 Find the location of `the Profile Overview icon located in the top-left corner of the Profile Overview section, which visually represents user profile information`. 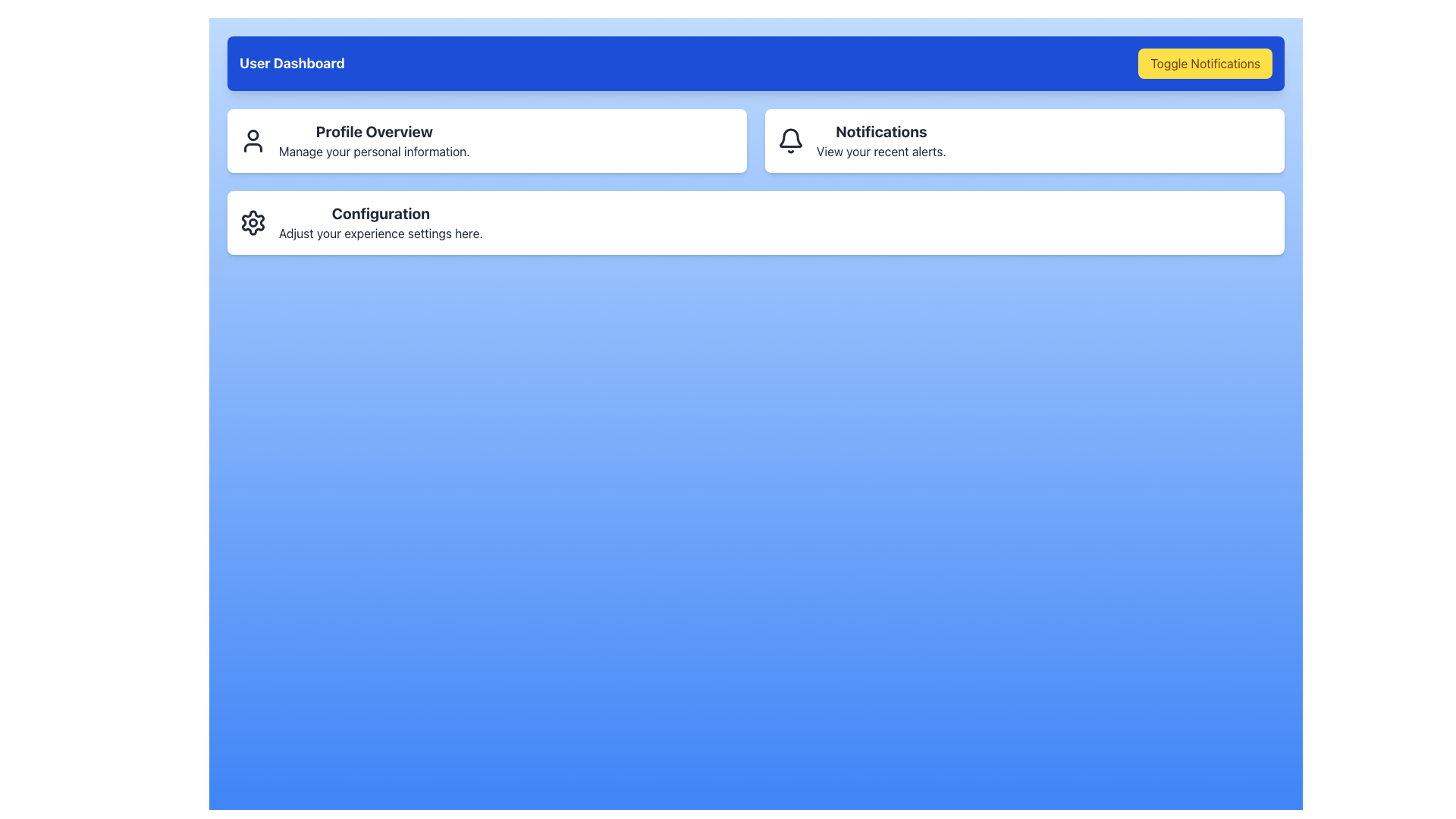

the Profile Overview icon located in the top-left corner of the Profile Overview section, which visually represents user profile information is located at coordinates (253, 140).